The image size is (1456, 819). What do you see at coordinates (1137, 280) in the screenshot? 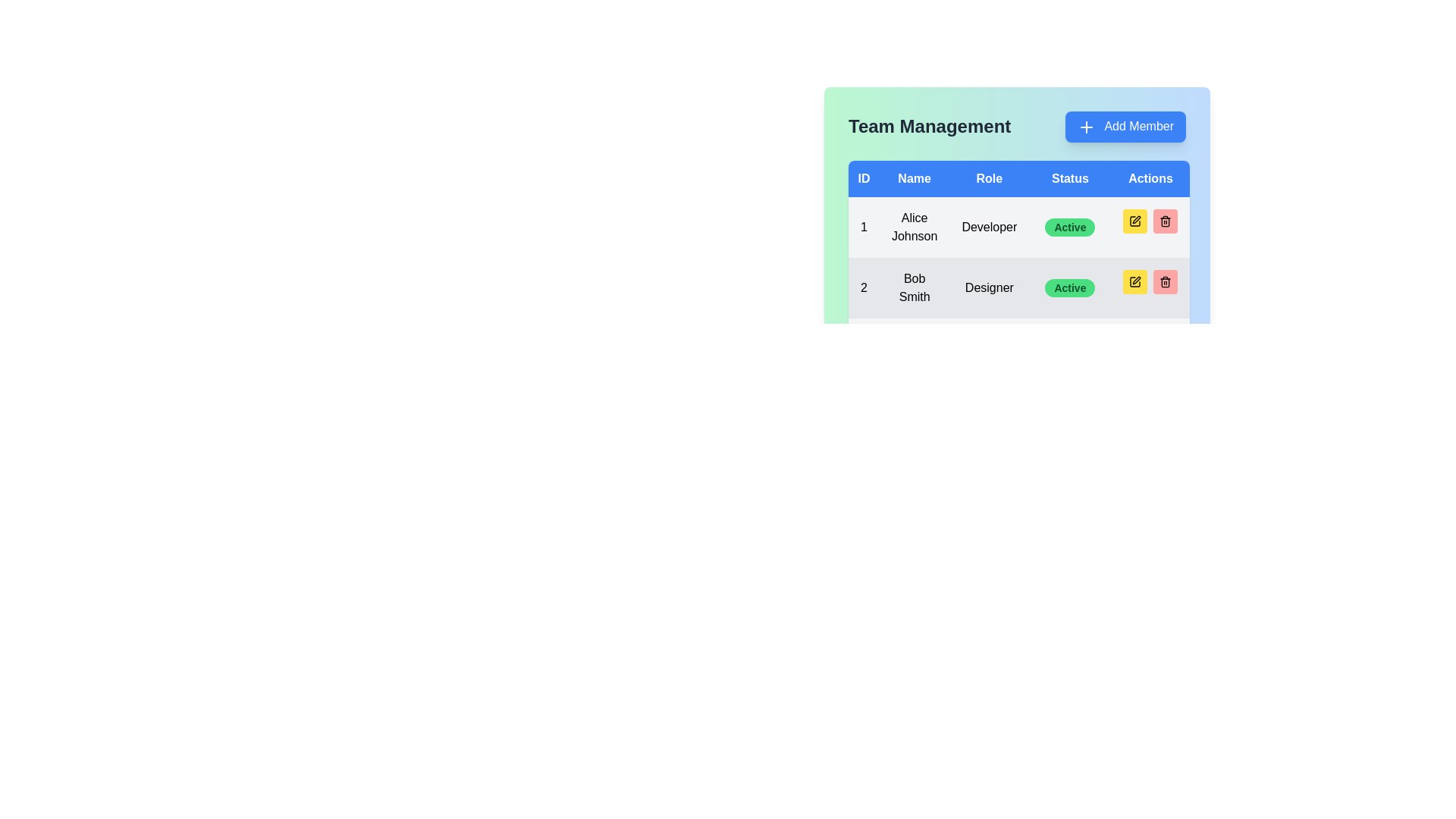
I see `the pen editing icon in the 'Actions' column of the second row associated with the member 'Bob Smith' within the 'Team Management' table` at bounding box center [1137, 280].